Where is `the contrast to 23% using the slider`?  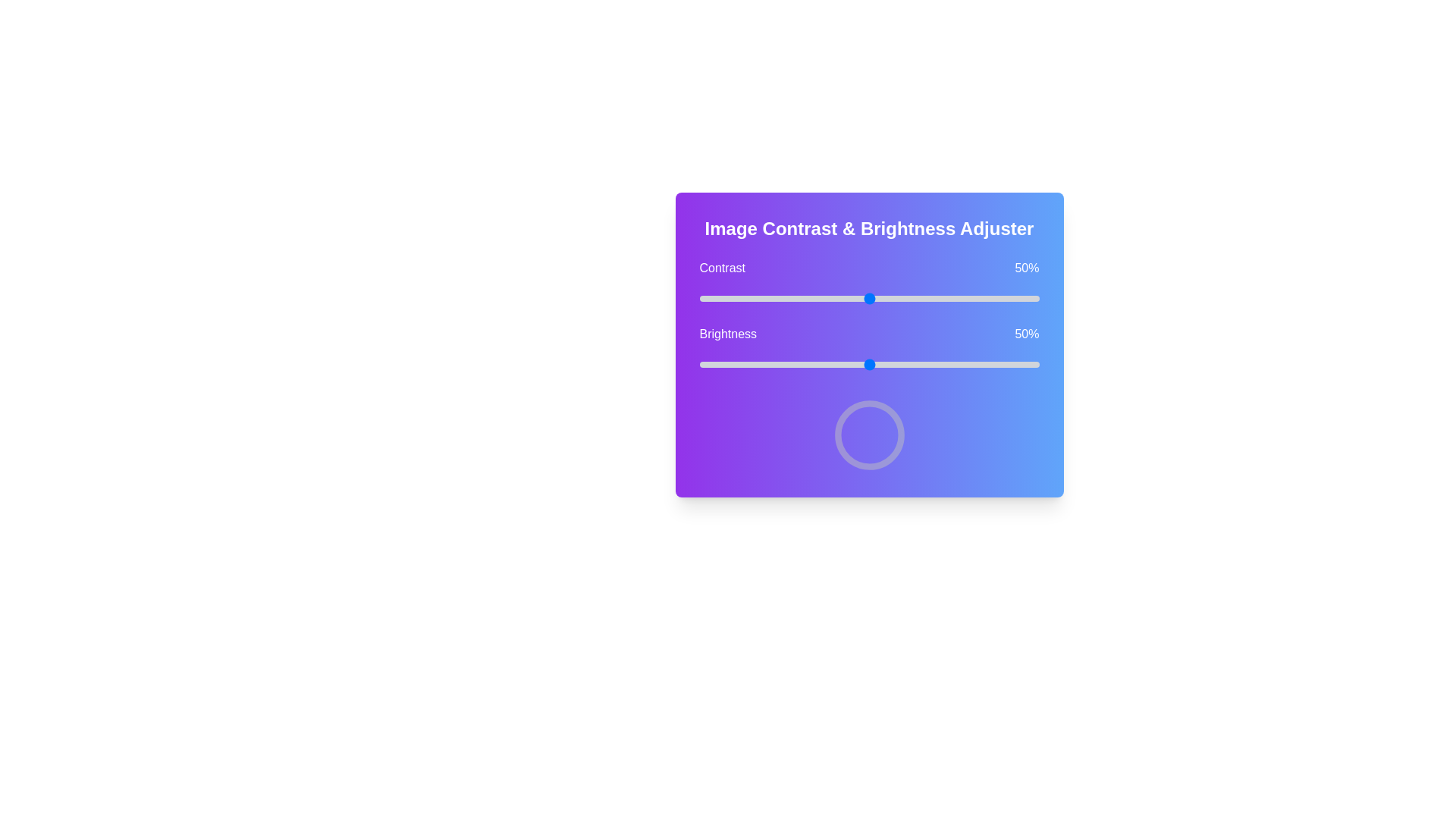 the contrast to 23% using the slider is located at coordinates (777, 298).